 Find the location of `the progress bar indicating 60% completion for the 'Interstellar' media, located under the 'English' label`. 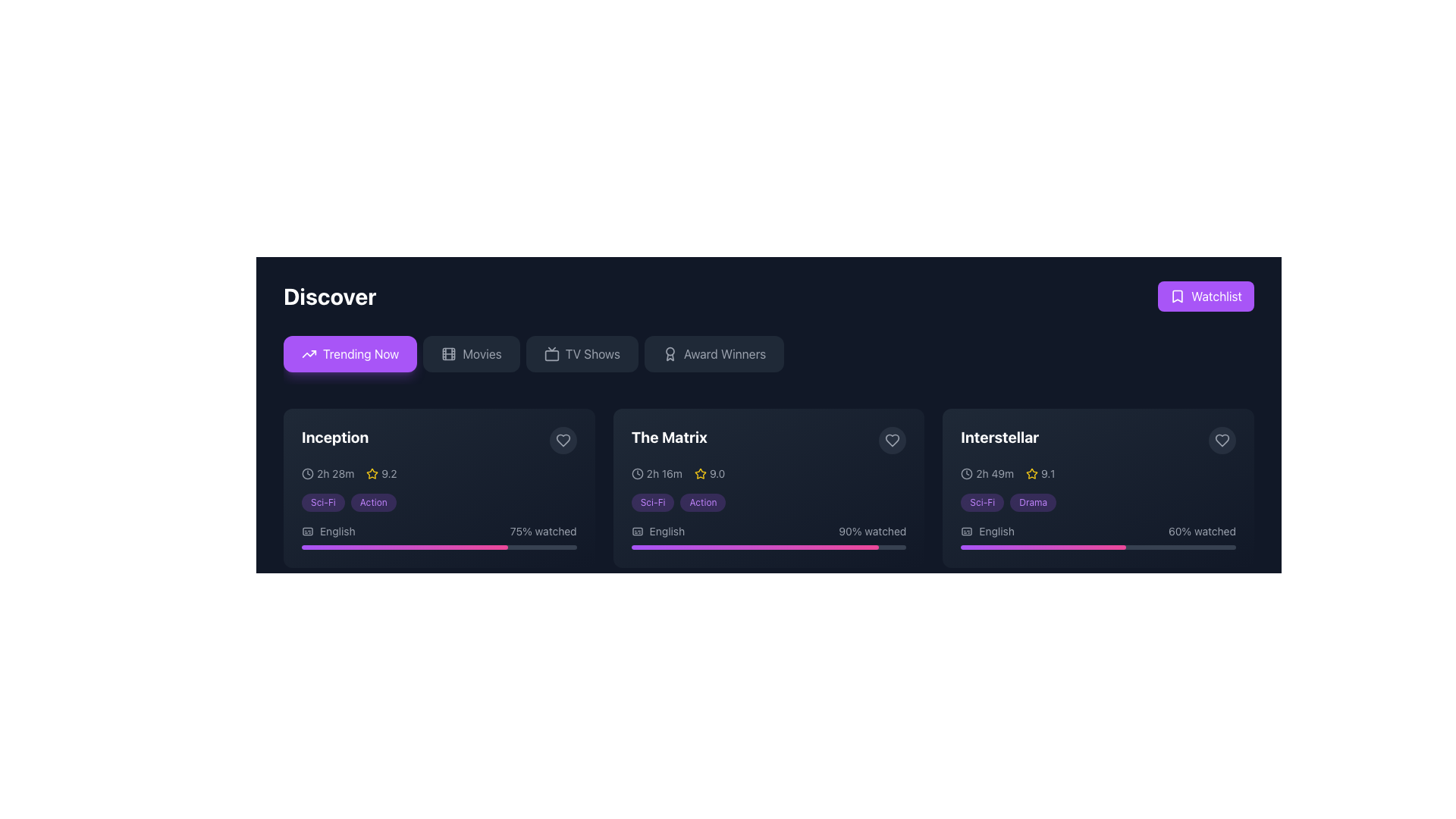

the progress bar indicating 60% completion for the 'Interstellar' media, located under the 'English' label is located at coordinates (1043, 547).